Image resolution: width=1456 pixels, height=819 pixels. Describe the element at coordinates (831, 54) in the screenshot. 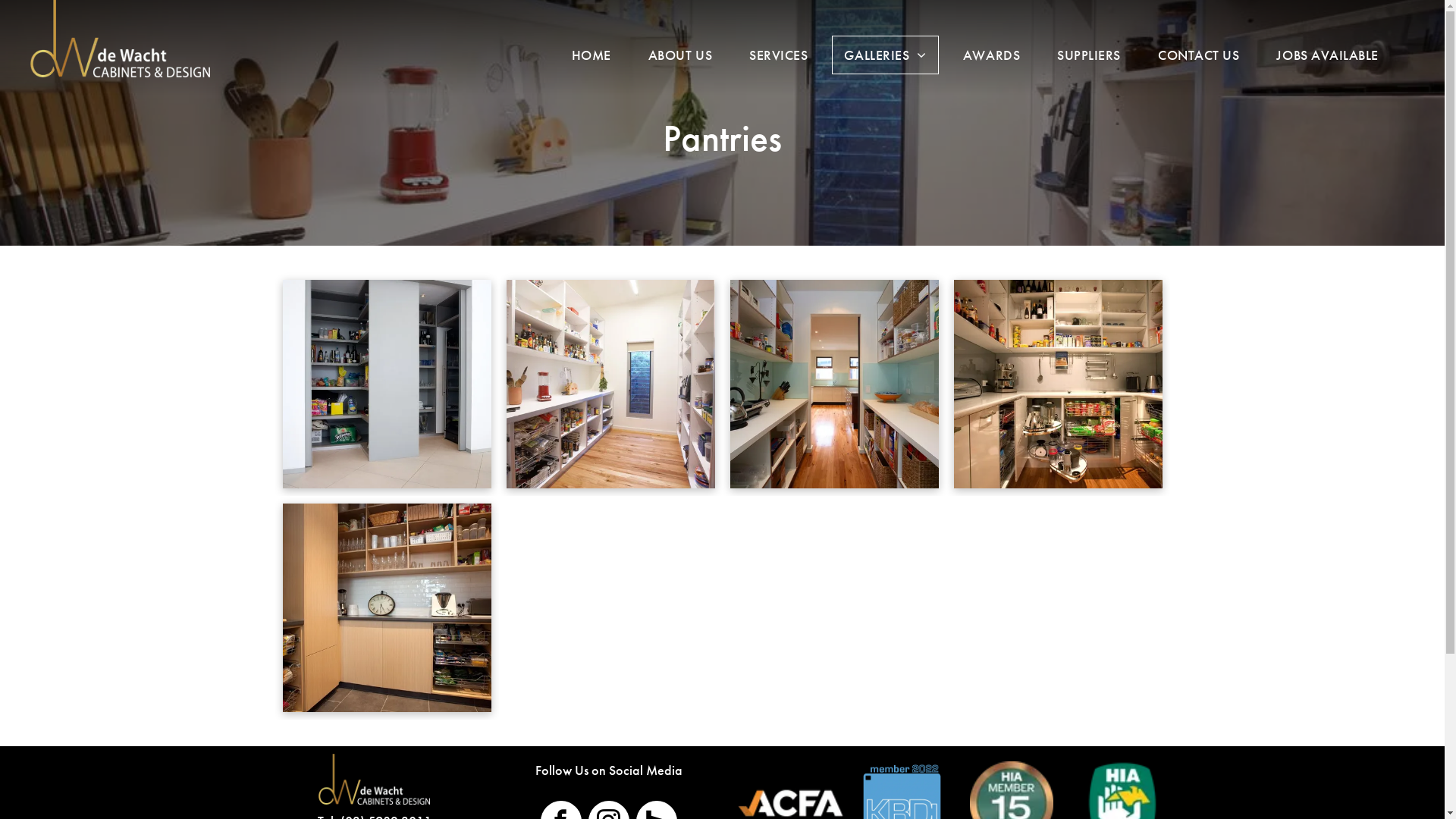

I see `'GALLERIES'` at that location.